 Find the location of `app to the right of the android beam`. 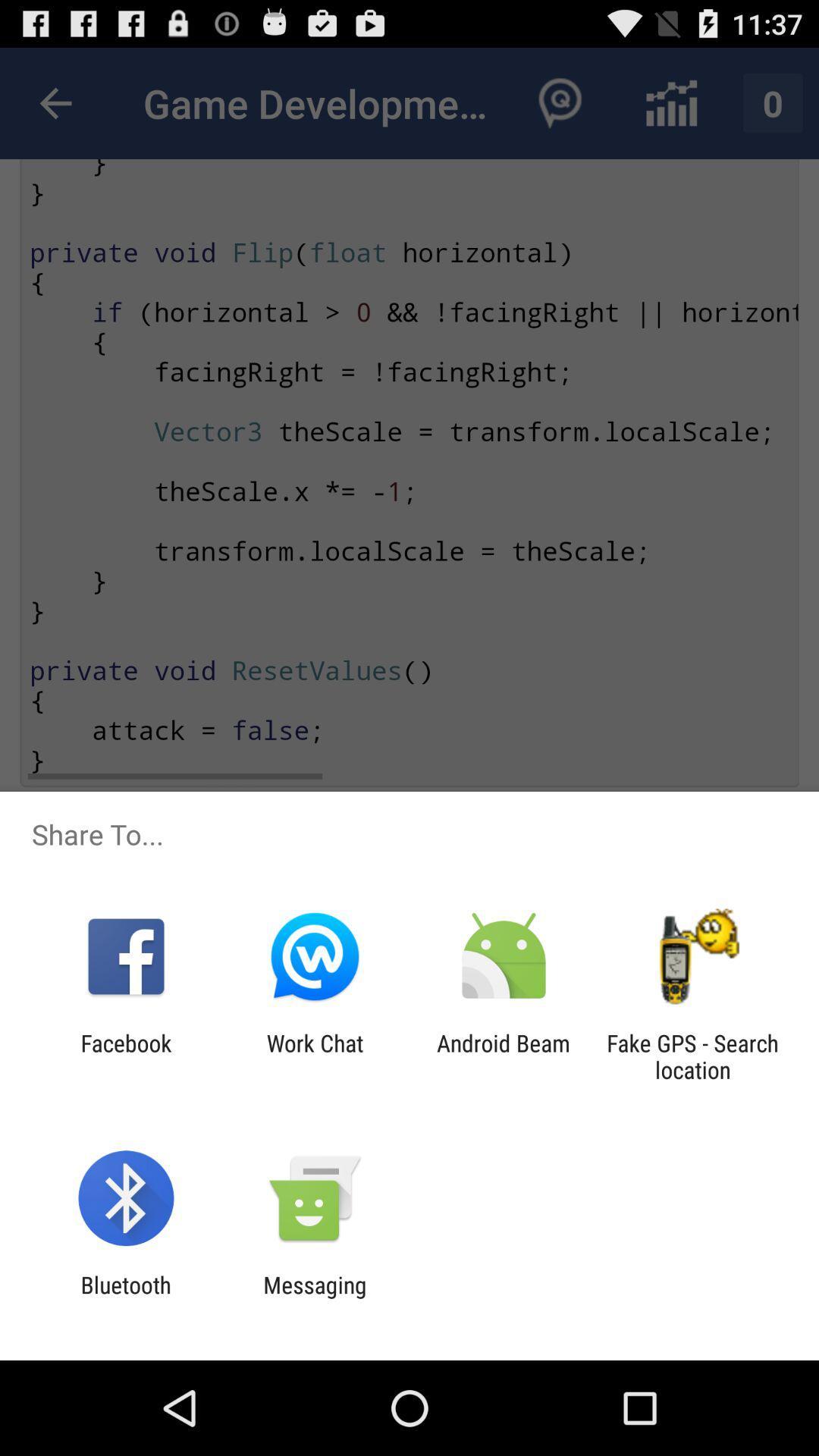

app to the right of the android beam is located at coordinates (692, 1056).